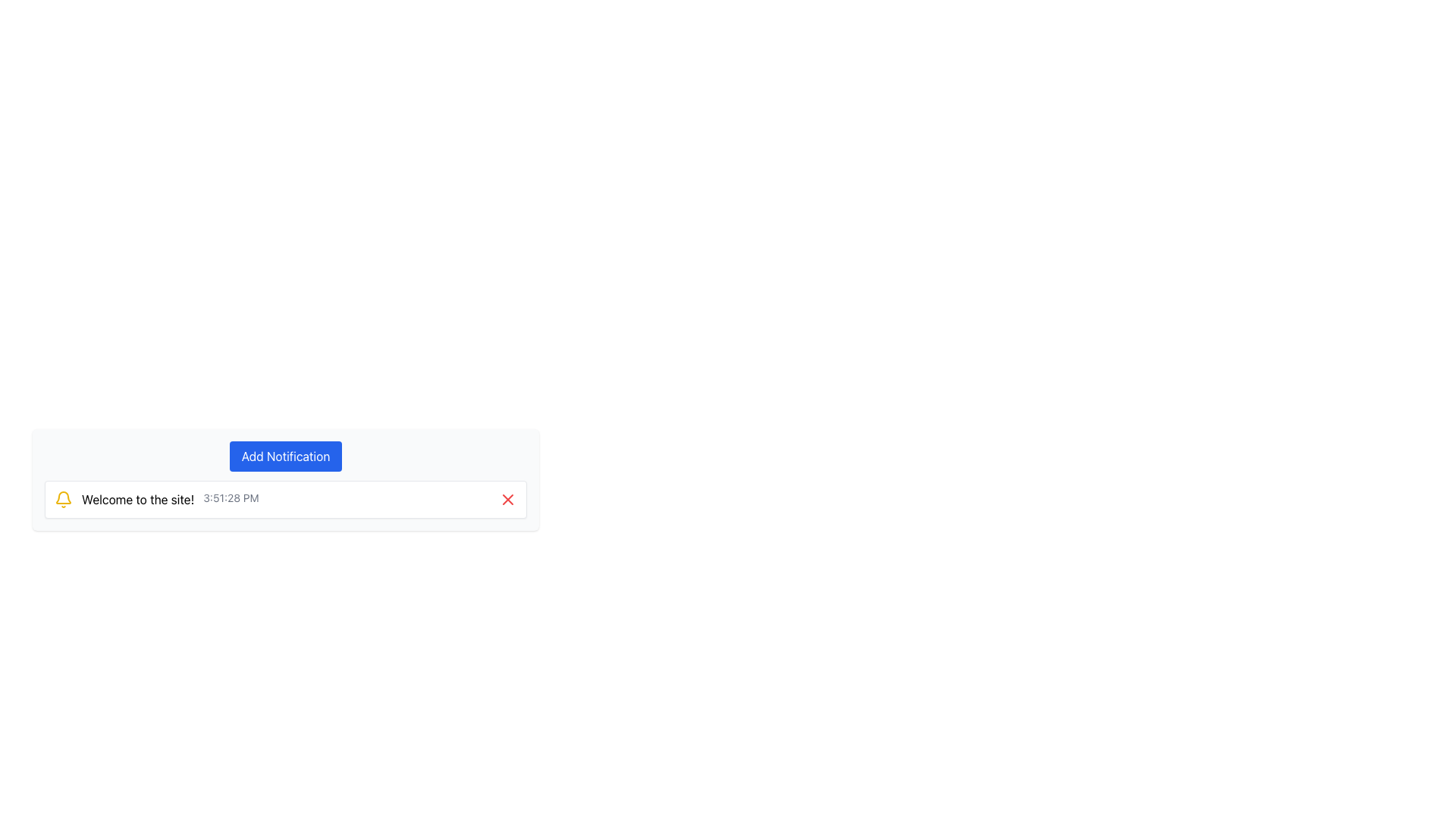 The height and width of the screenshot is (819, 1456). I want to click on the red circular 'close' icon with an 'X' symbol, so click(508, 500).